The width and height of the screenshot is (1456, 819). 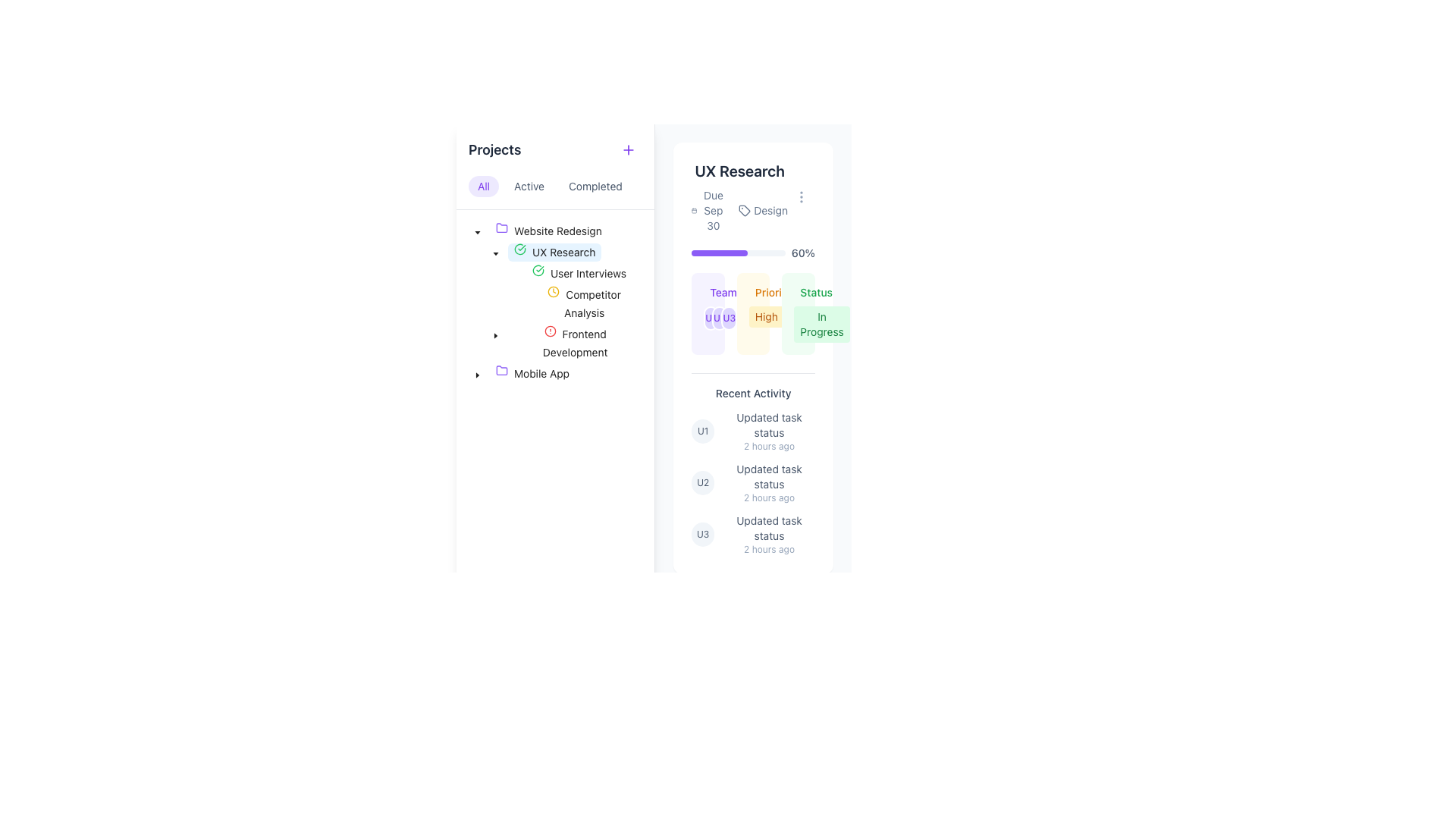 What do you see at coordinates (702, 482) in the screenshot?
I see `the static label component displaying 'U2' located in the 'Team' section of the 'UX Research' panel, which is the middle element among three similar labels` at bounding box center [702, 482].